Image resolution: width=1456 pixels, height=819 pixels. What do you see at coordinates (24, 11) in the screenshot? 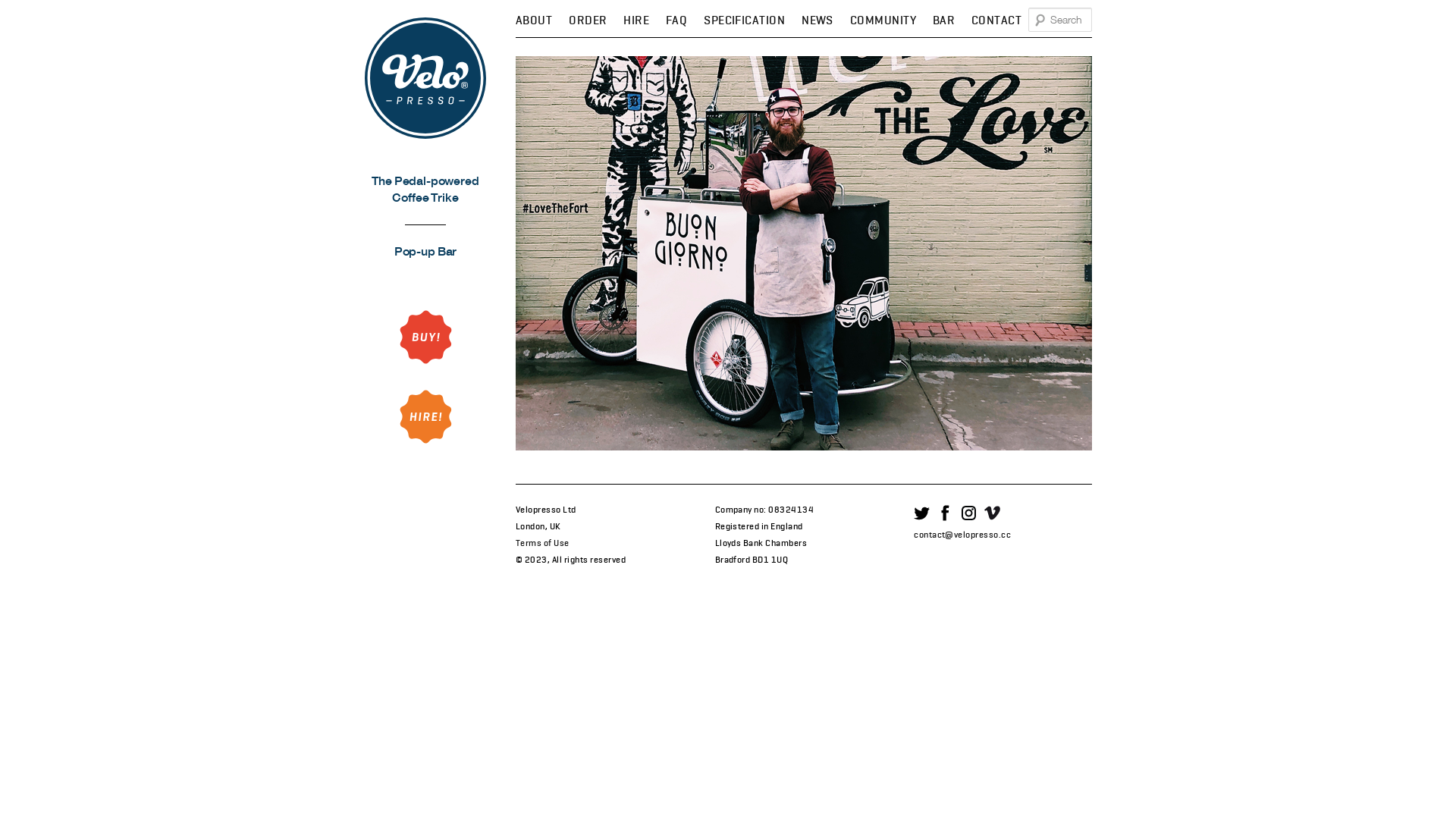
I see `'Search'` at bounding box center [24, 11].